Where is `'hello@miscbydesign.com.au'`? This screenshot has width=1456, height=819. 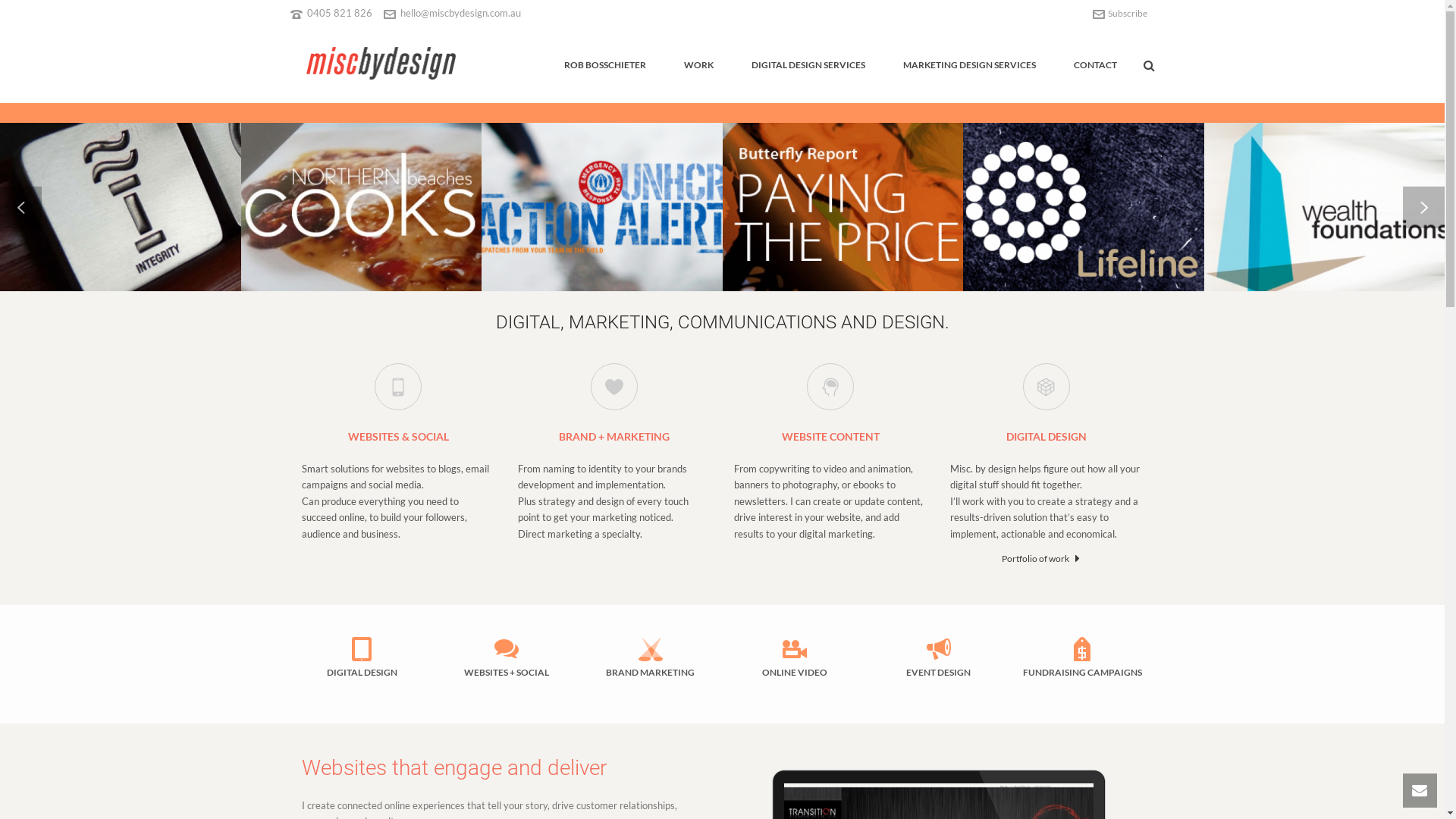 'hello@miscbydesign.com.au' is located at coordinates (400, 12).